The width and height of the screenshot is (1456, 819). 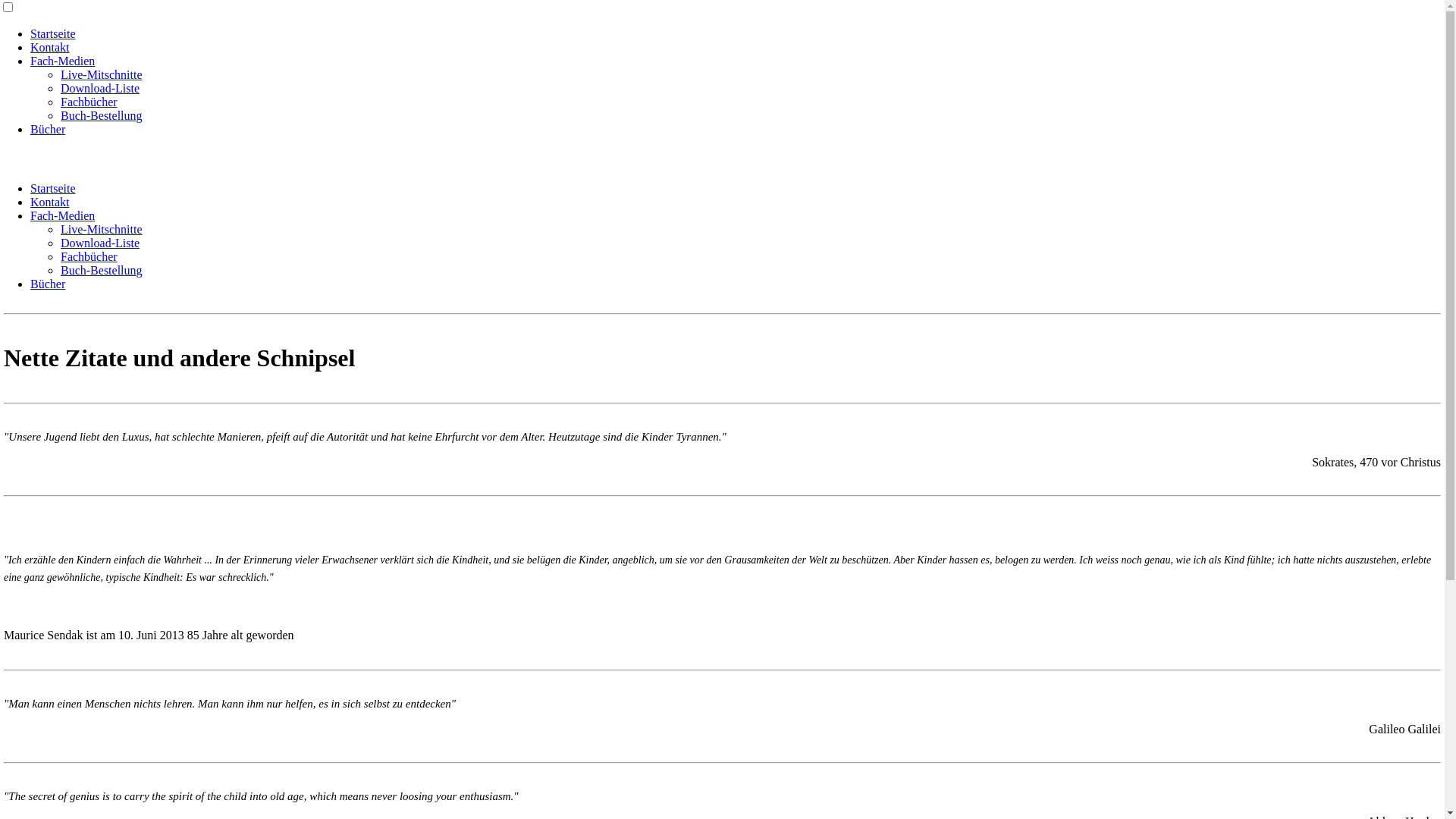 I want to click on 'Fach-Medien', so click(x=61, y=60).